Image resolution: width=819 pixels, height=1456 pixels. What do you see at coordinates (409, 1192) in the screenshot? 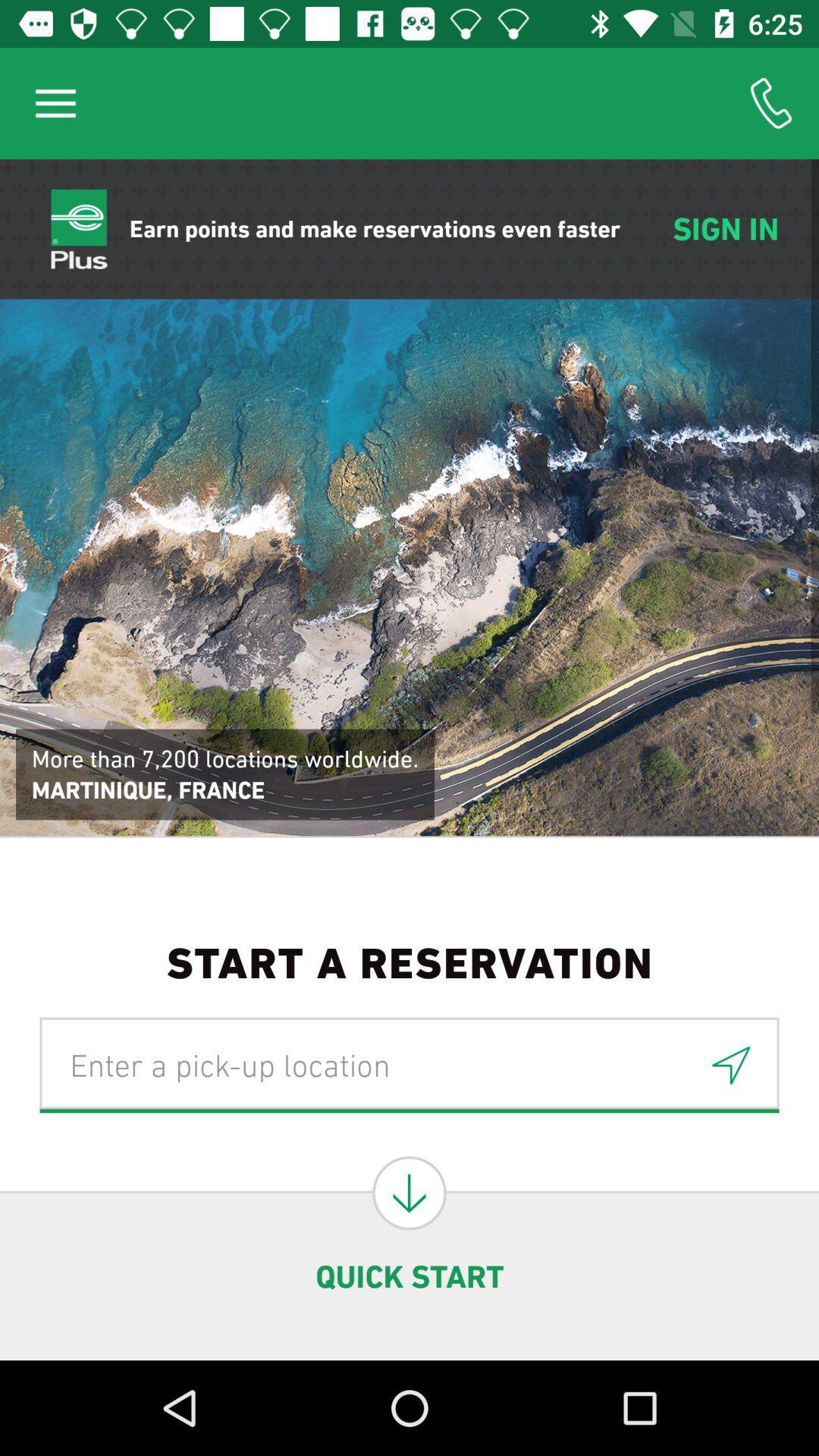
I see `the arrow_downward icon` at bounding box center [409, 1192].